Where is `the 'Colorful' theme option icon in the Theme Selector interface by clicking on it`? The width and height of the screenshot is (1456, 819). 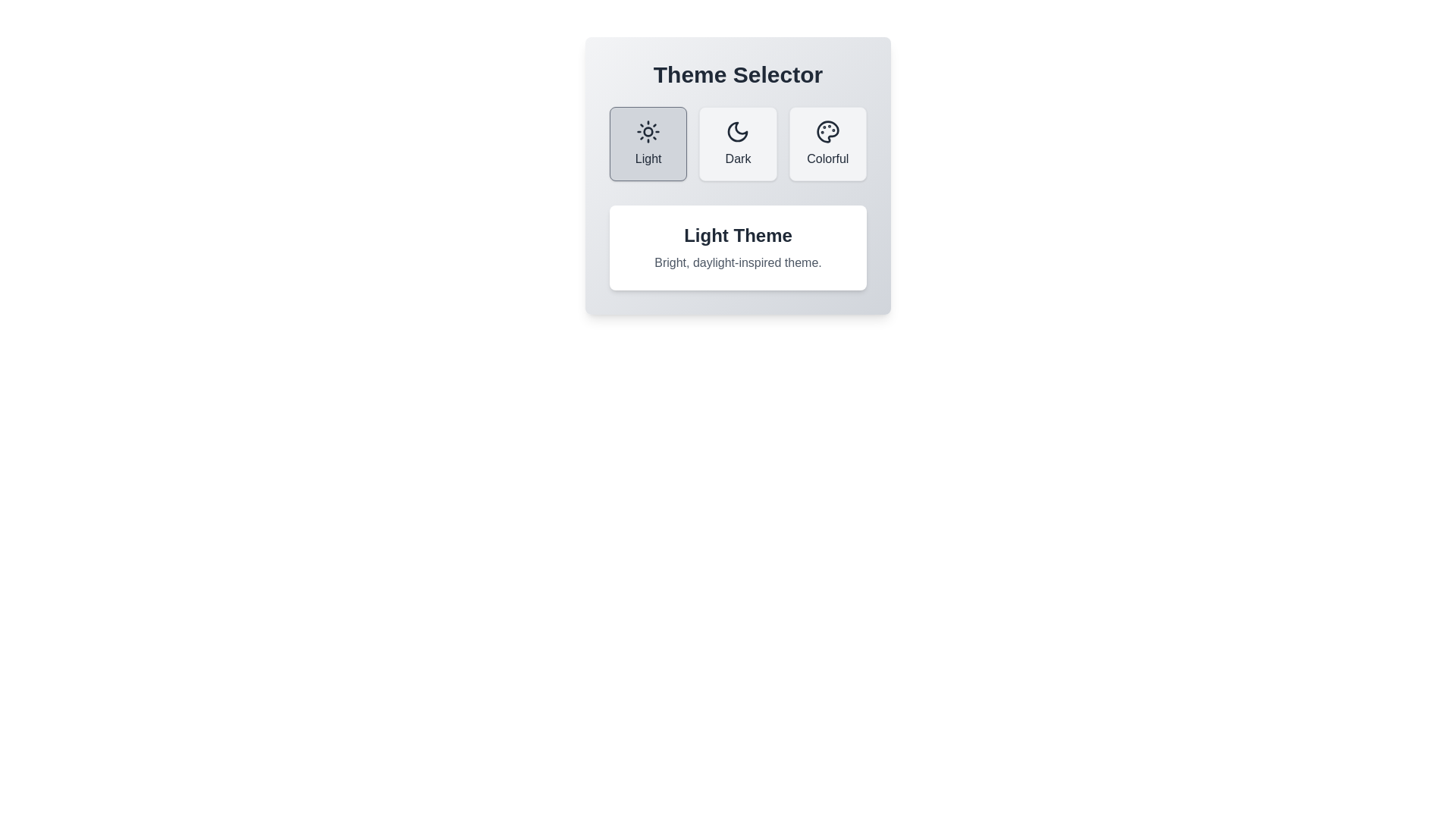 the 'Colorful' theme option icon in the Theme Selector interface by clicking on it is located at coordinates (827, 130).